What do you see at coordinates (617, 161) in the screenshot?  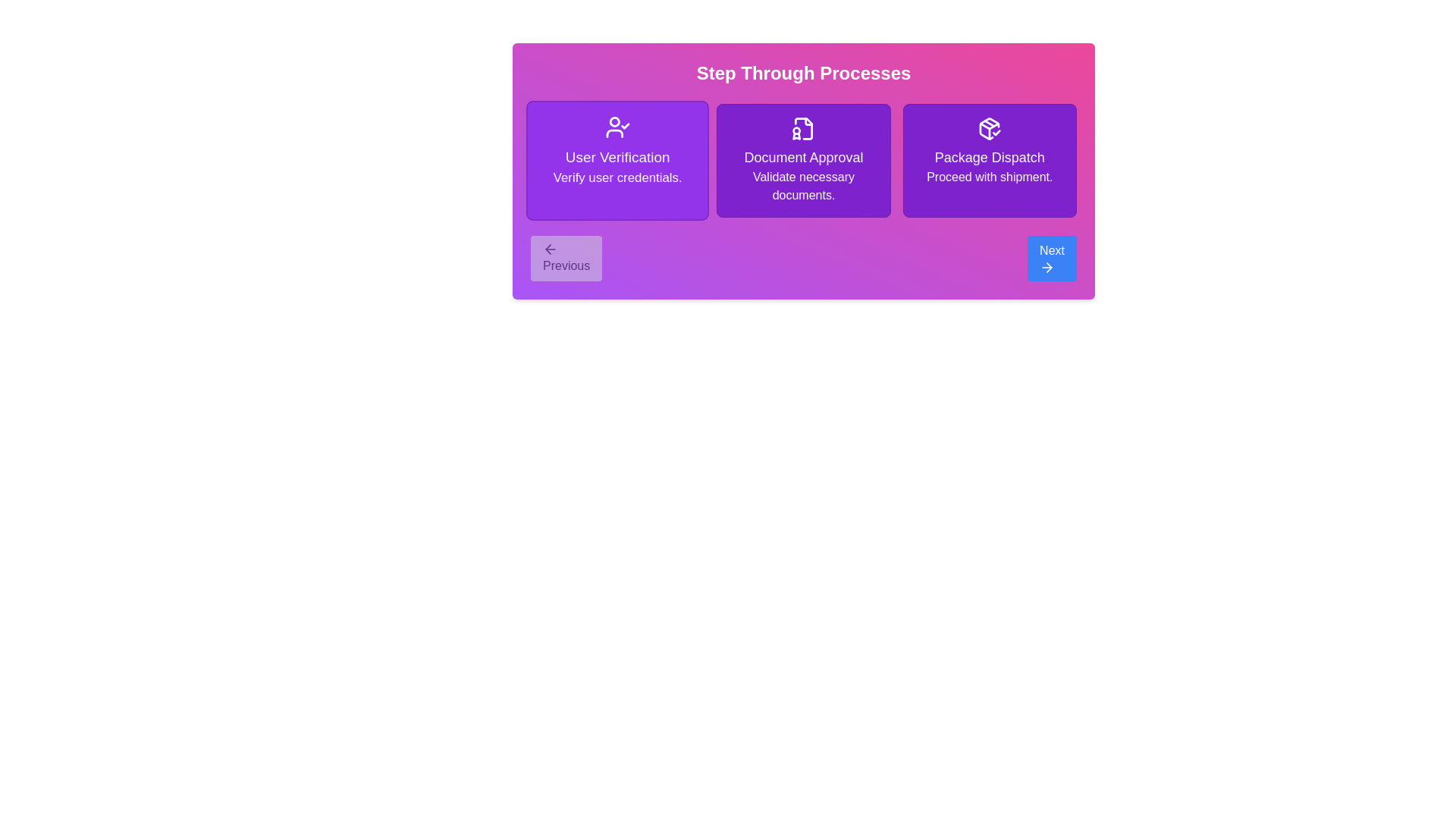 I see `the currently highlighted step to view its details` at bounding box center [617, 161].